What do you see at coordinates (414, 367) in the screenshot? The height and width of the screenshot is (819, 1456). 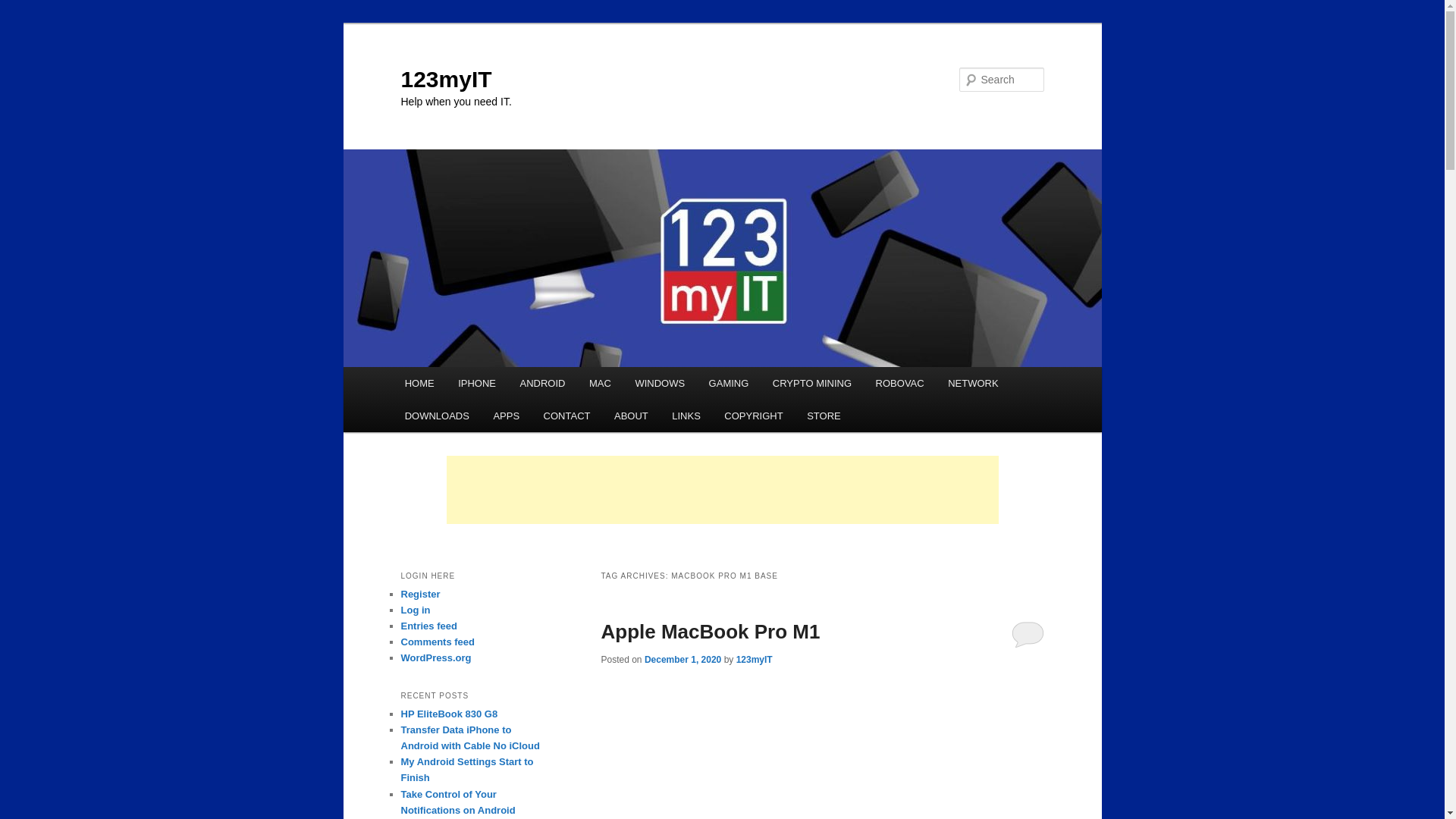 I see `'Skip to primary content'` at bounding box center [414, 367].